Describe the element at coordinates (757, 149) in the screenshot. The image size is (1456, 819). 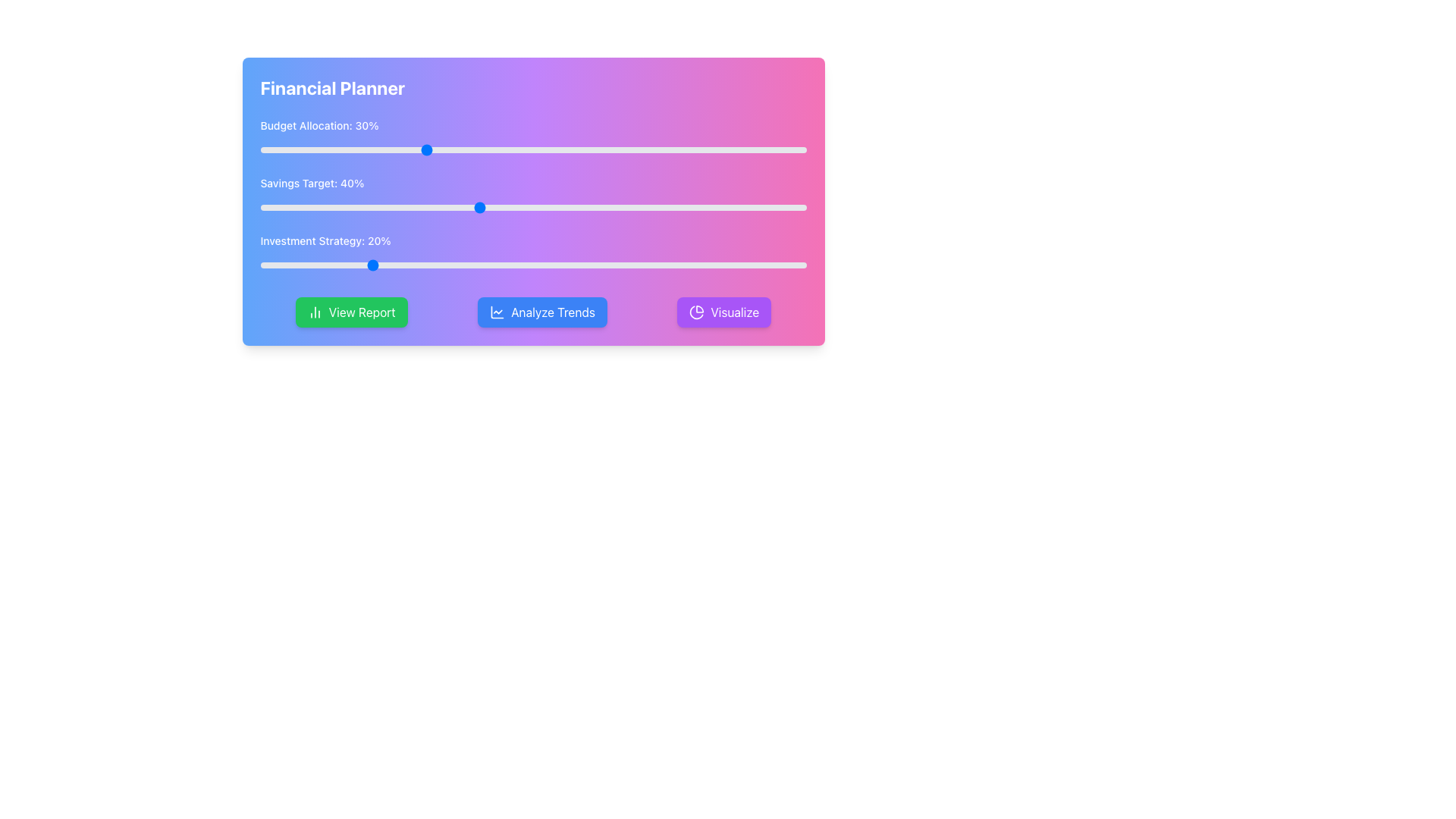
I see `the budget allocation slider` at that location.